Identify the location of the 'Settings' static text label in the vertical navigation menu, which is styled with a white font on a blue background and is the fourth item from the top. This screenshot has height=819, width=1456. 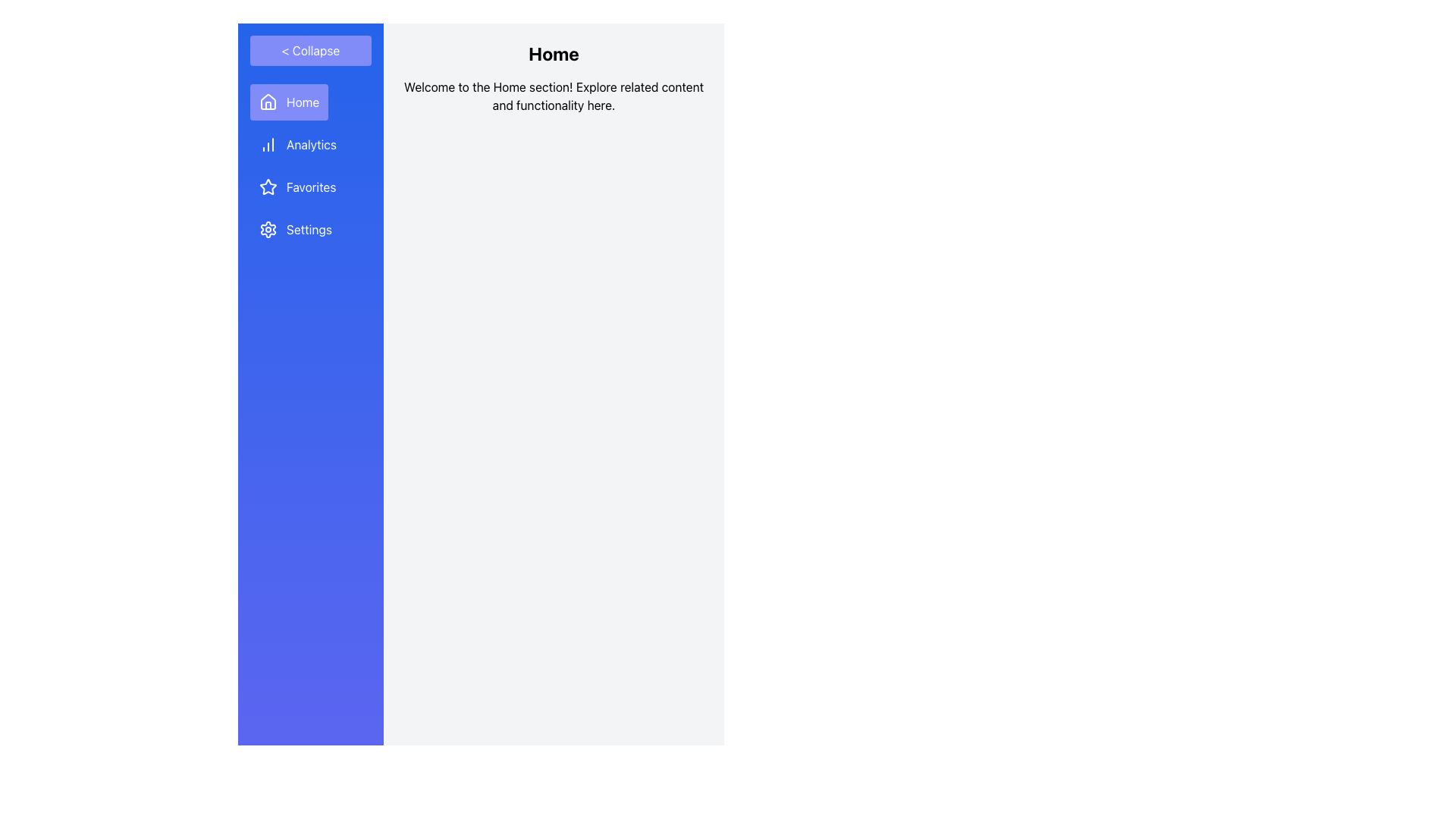
(309, 230).